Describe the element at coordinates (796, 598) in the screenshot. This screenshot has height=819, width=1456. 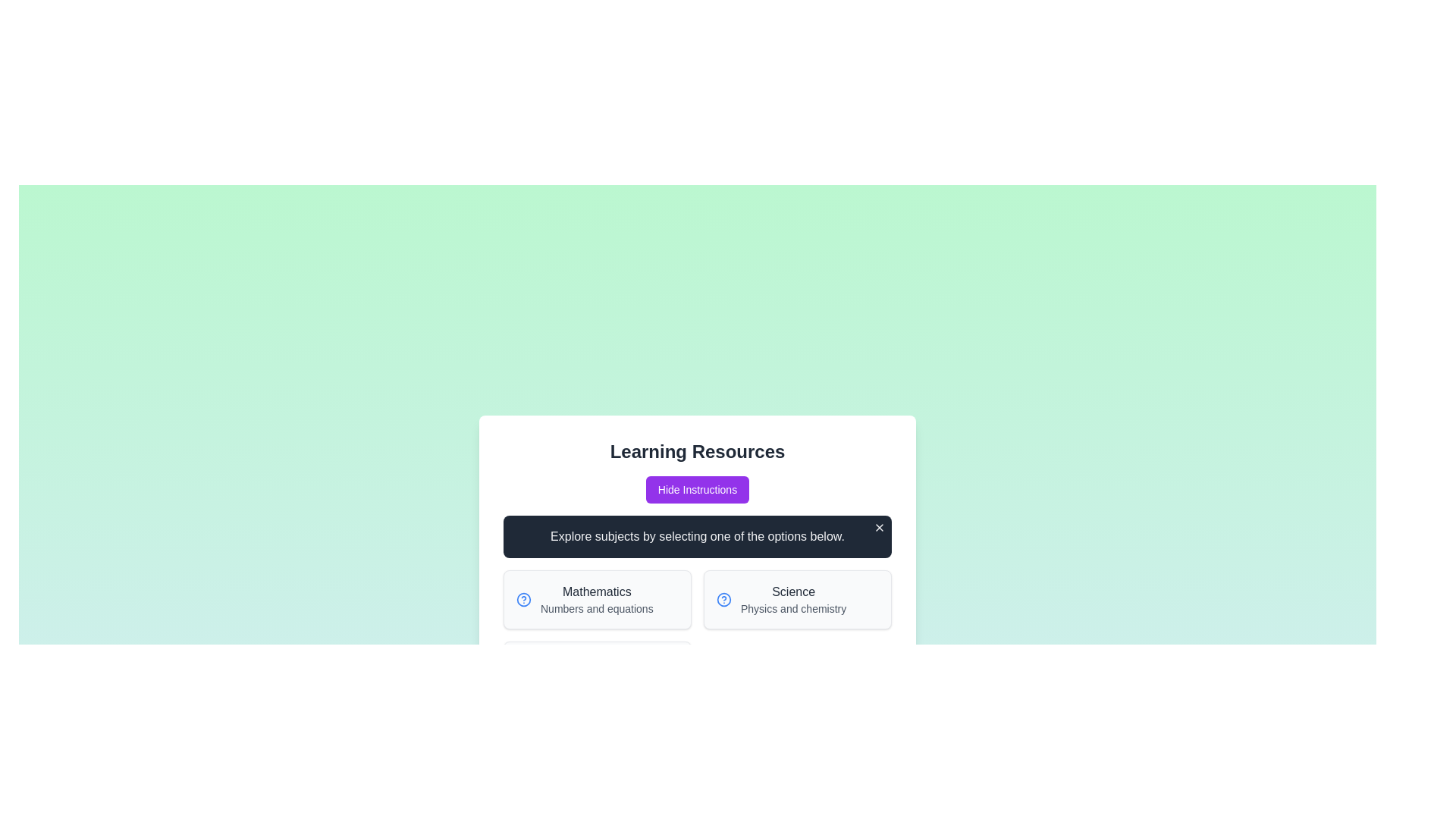
I see `the button labeled 'Science' located in the second column under 'Learning Resources'` at that location.